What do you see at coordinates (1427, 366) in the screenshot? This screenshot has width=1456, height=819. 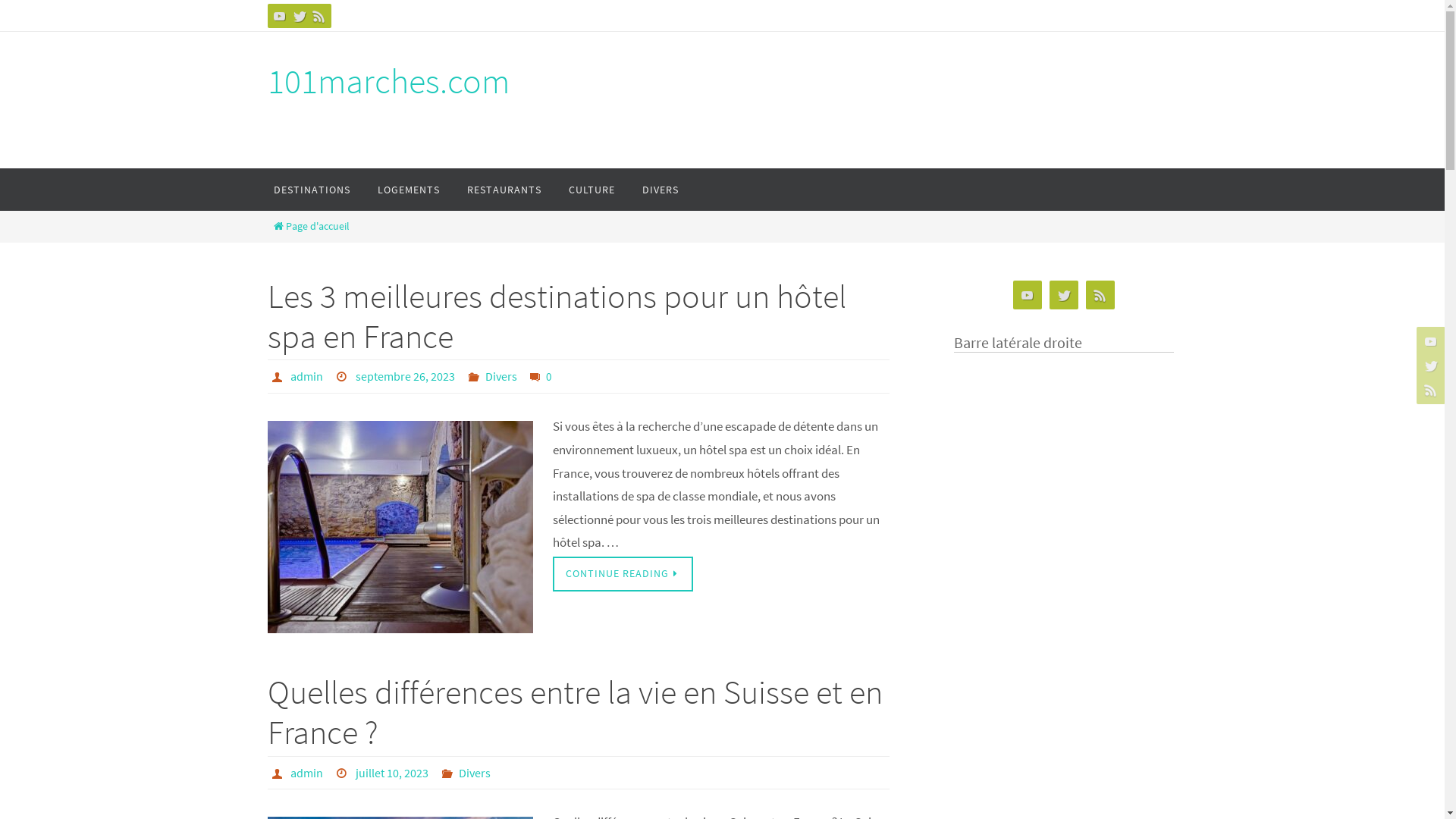 I see `'Twitter'` at bounding box center [1427, 366].